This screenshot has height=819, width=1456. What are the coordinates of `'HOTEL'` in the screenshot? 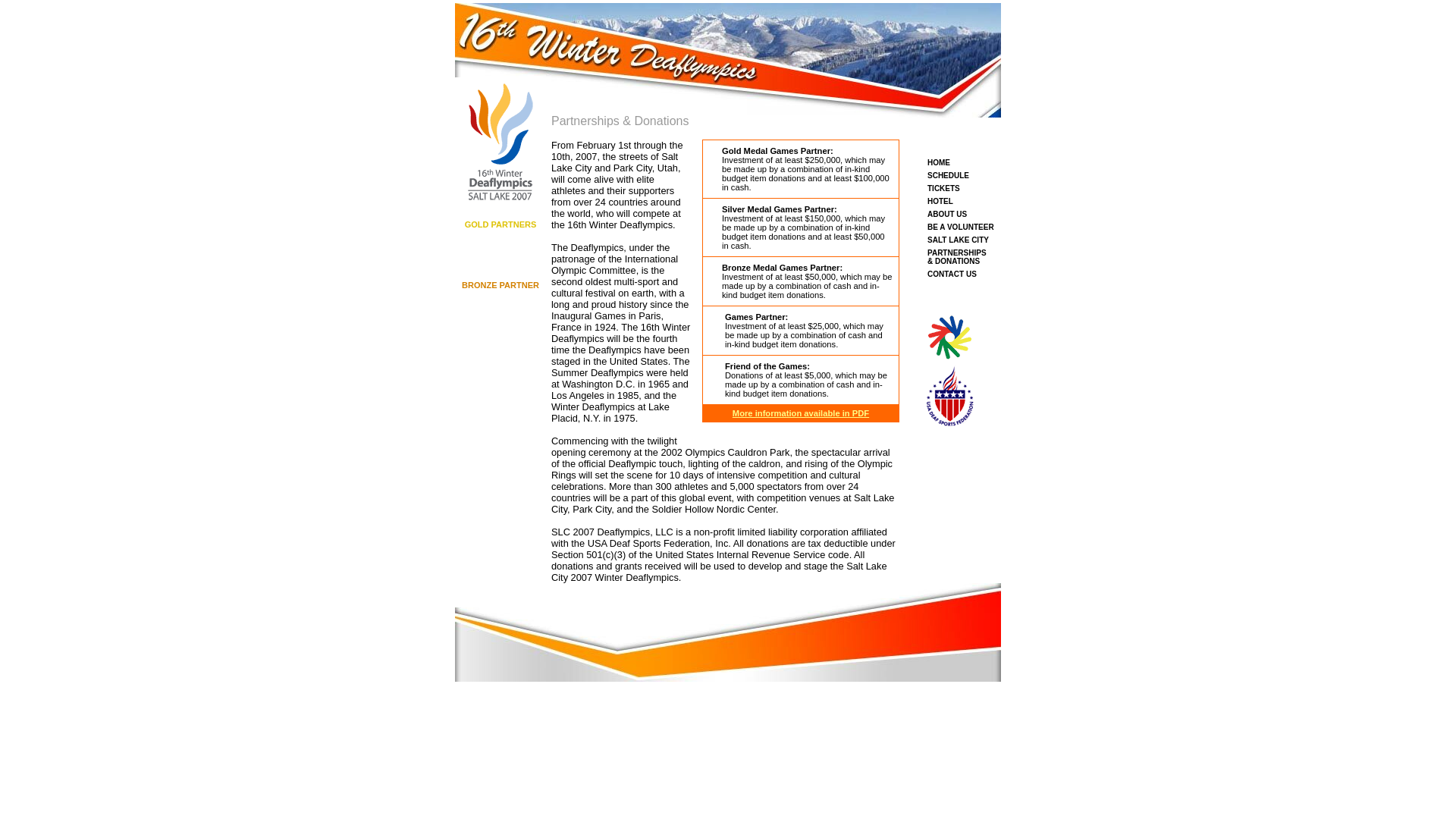 It's located at (939, 200).